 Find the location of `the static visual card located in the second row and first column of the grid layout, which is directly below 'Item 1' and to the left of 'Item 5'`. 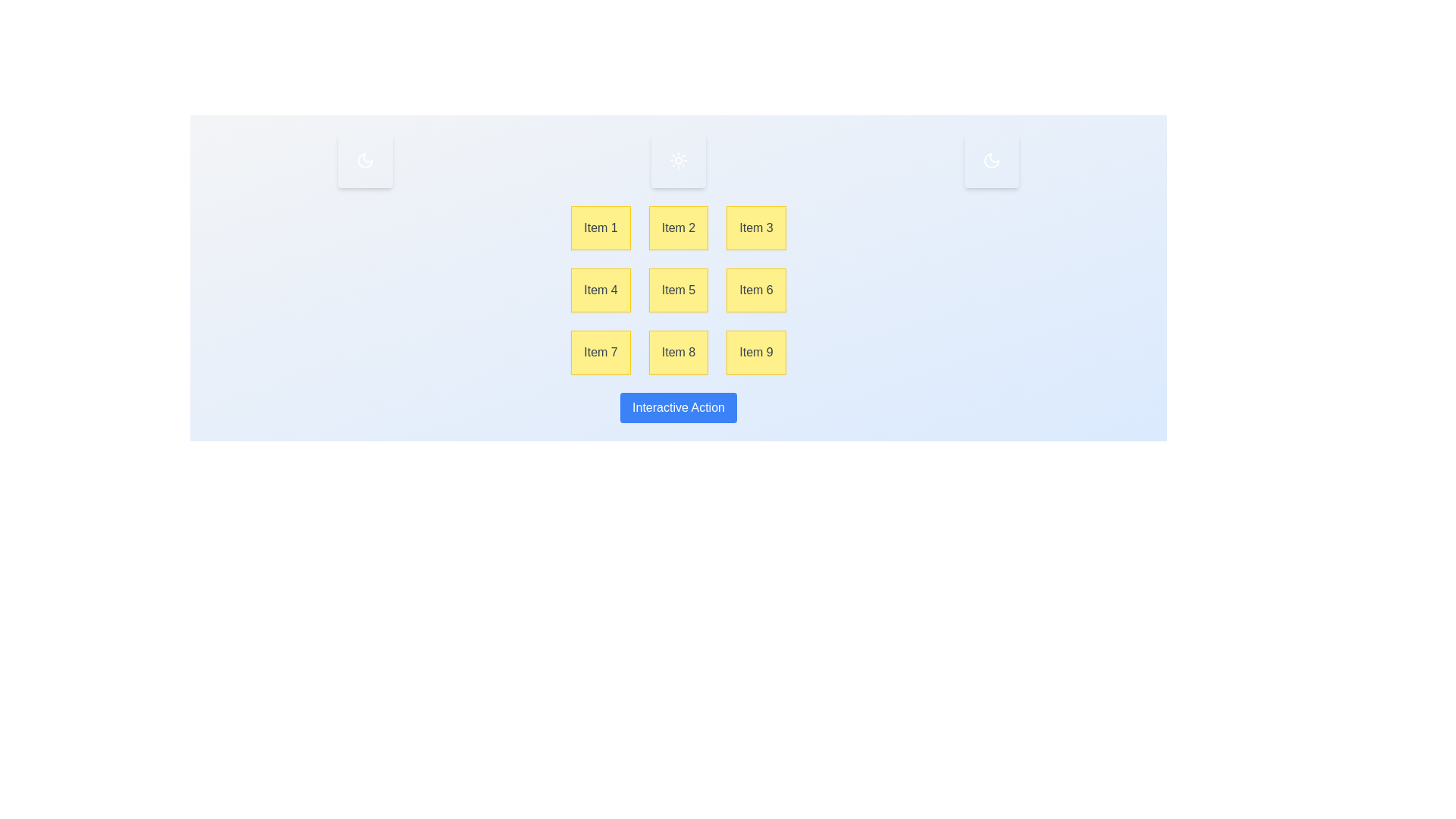

the static visual card located in the second row and first column of the grid layout, which is directly below 'Item 1' and to the left of 'Item 5' is located at coordinates (600, 290).